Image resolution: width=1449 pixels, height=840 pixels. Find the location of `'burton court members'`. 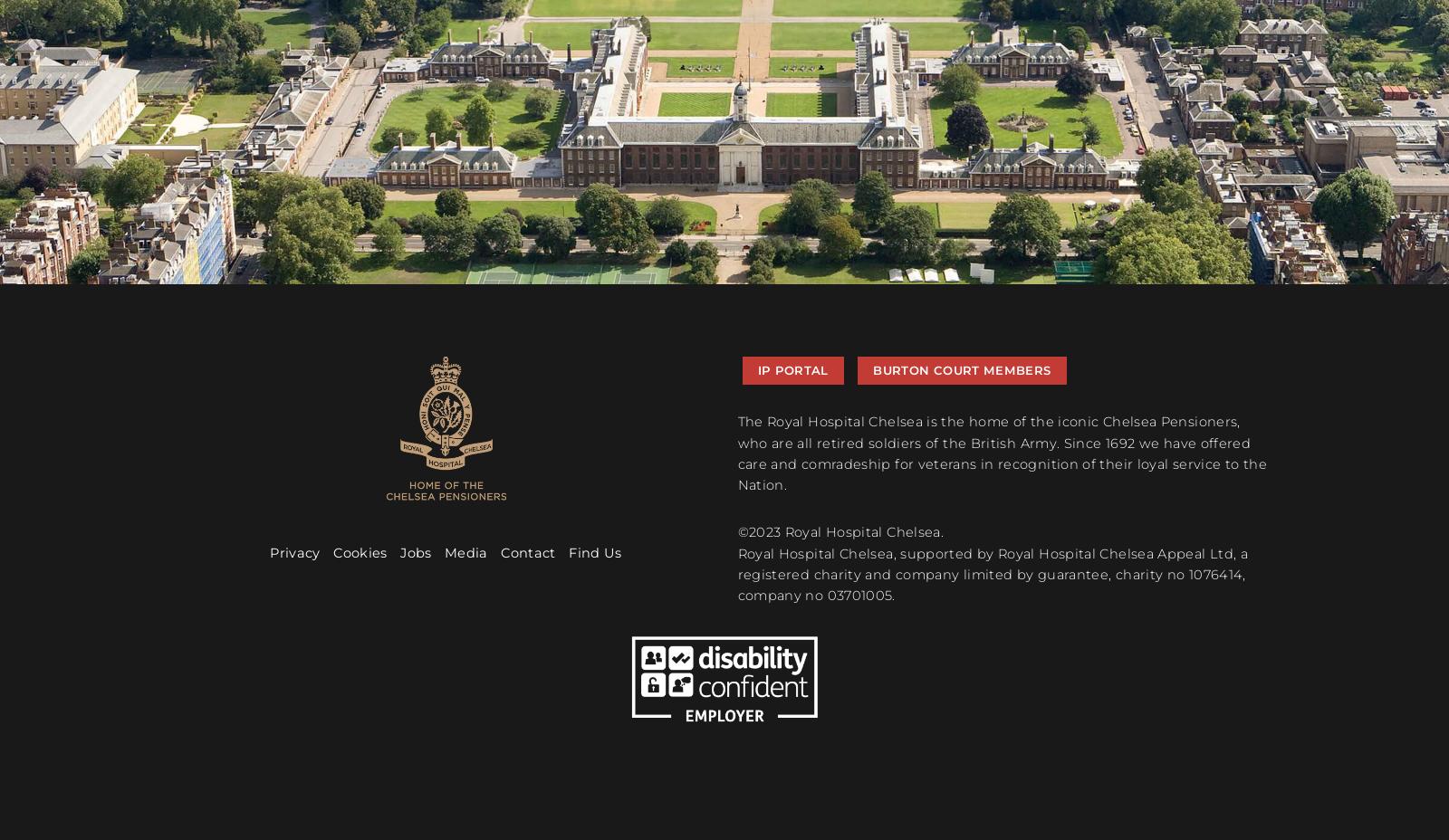

'burton court members' is located at coordinates (872, 369).